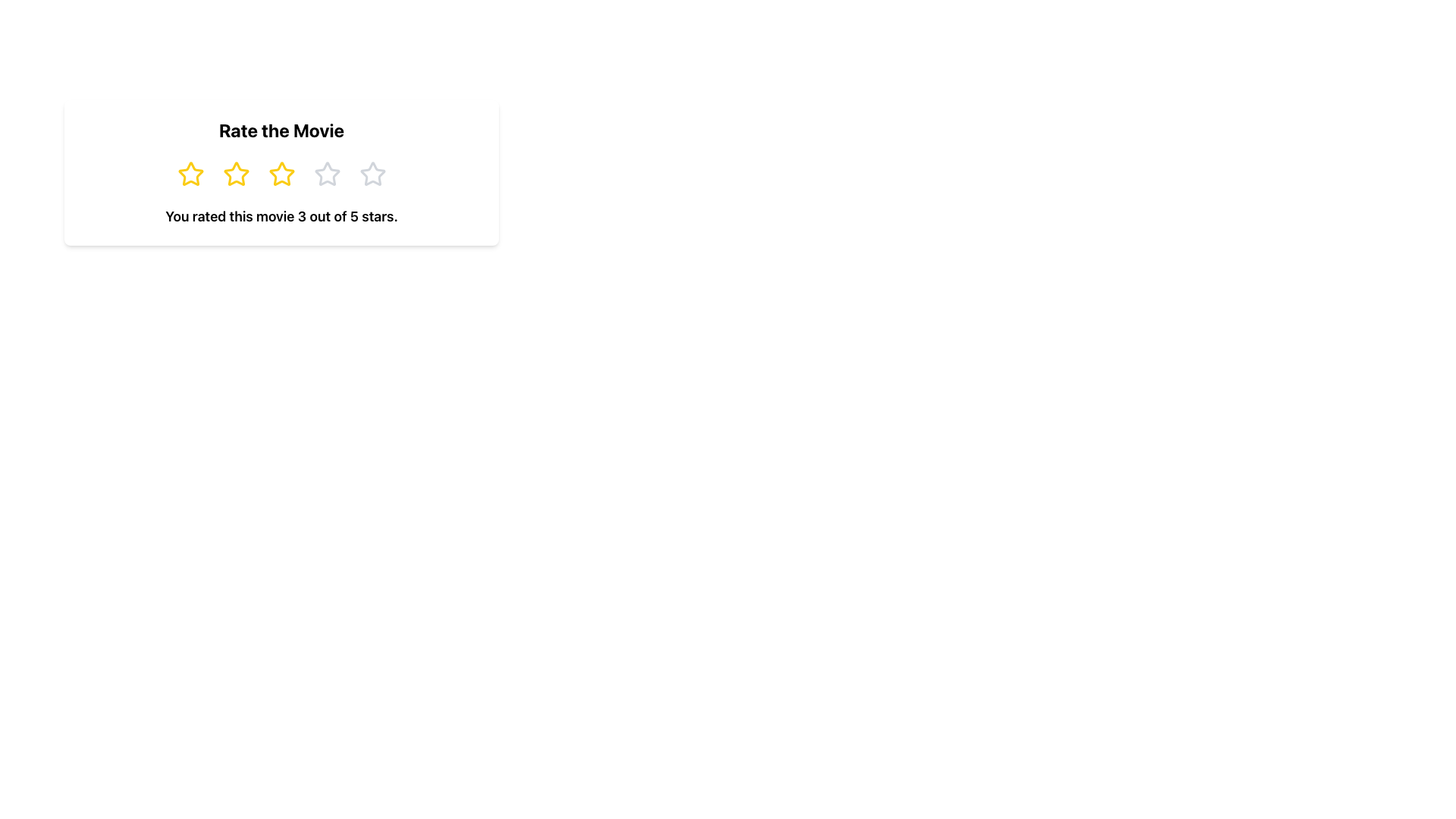 The image size is (1456, 819). I want to click on the first star icon with a yellow outline, so click(190, 173).